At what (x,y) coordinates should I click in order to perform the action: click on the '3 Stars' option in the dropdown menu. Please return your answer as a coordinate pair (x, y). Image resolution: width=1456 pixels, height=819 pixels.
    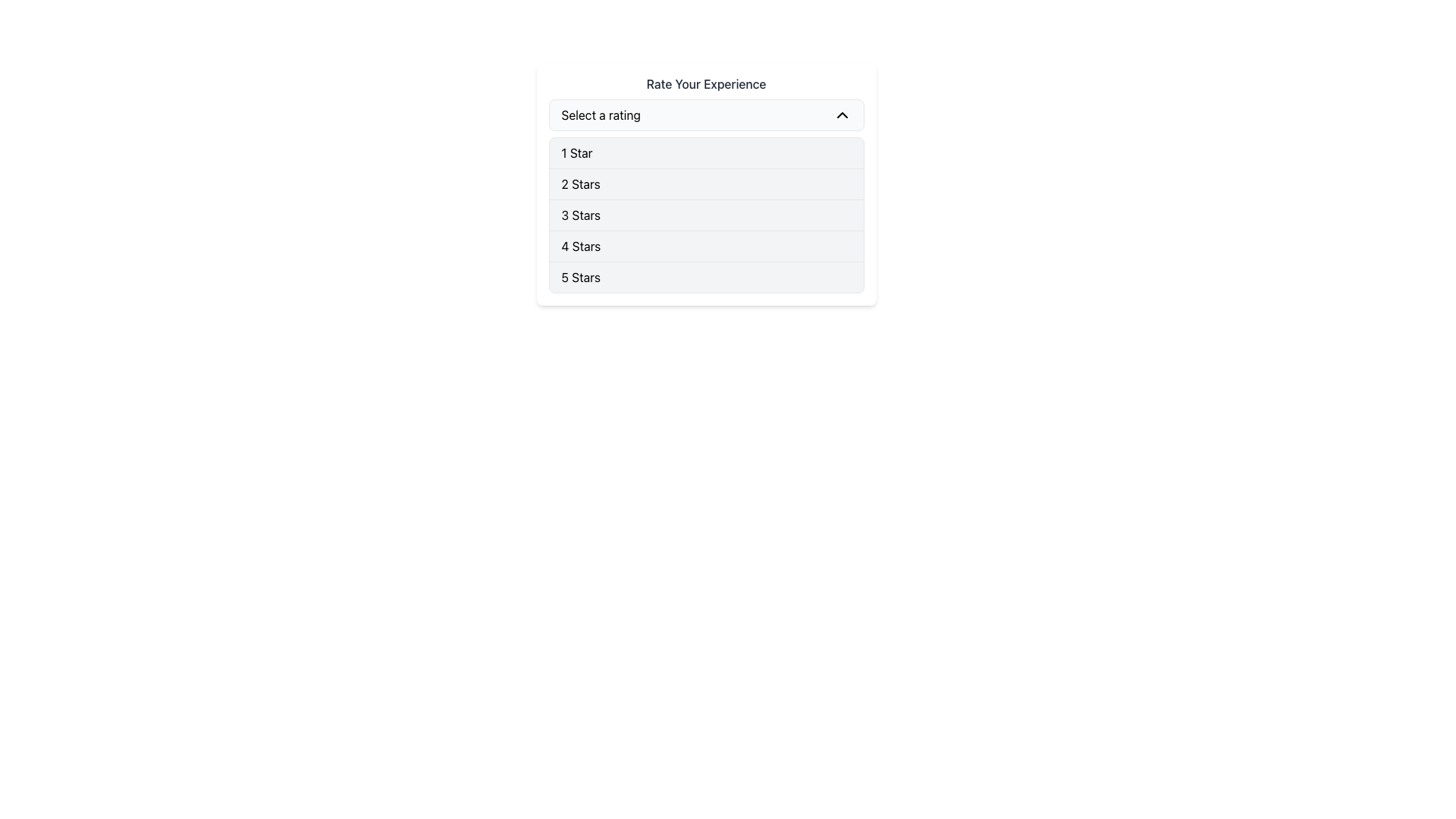
    Looking at the image, I should click on (705, 215).